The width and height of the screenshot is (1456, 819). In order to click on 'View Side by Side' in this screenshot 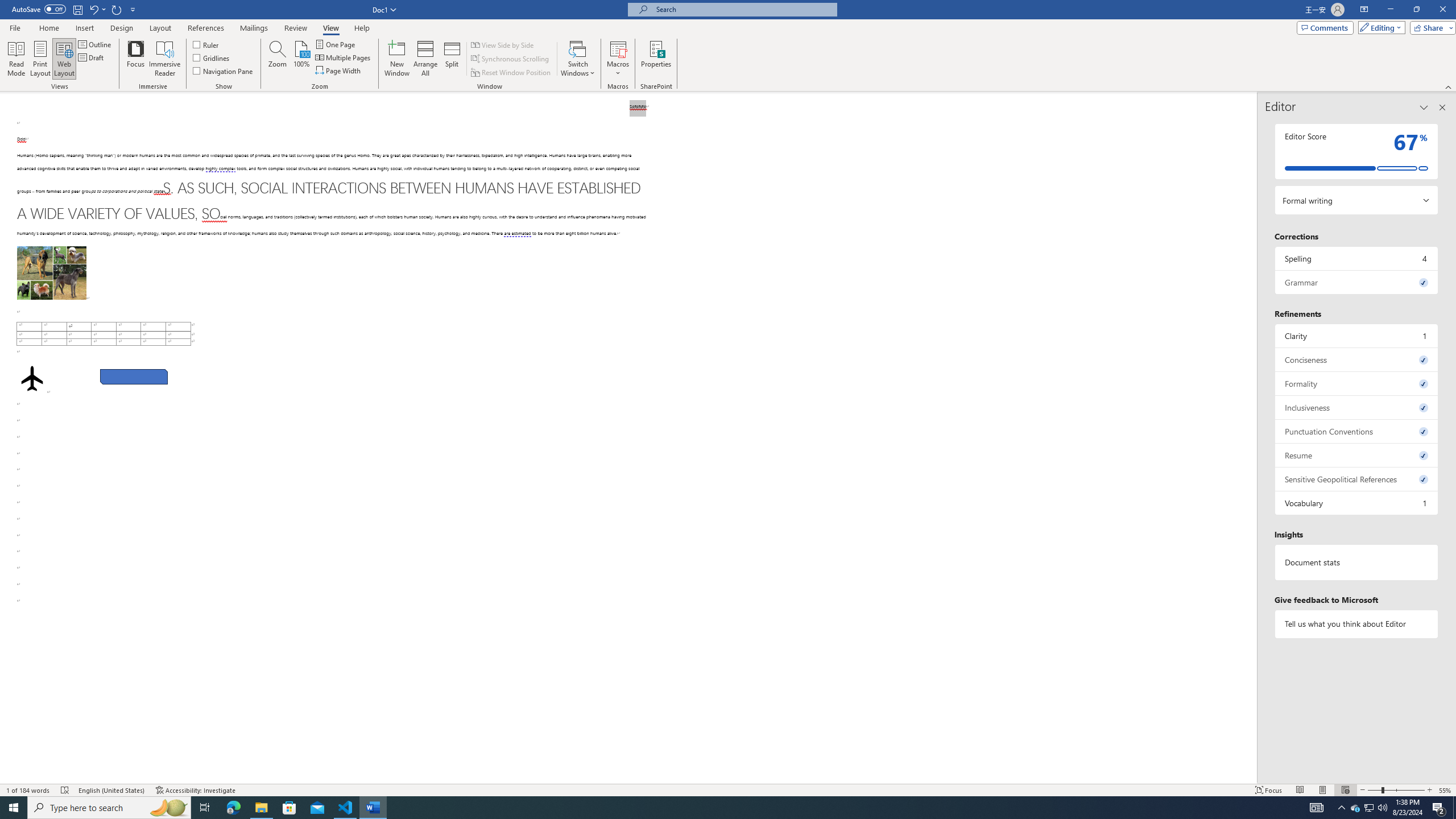, I will do `click(503, 44)`.